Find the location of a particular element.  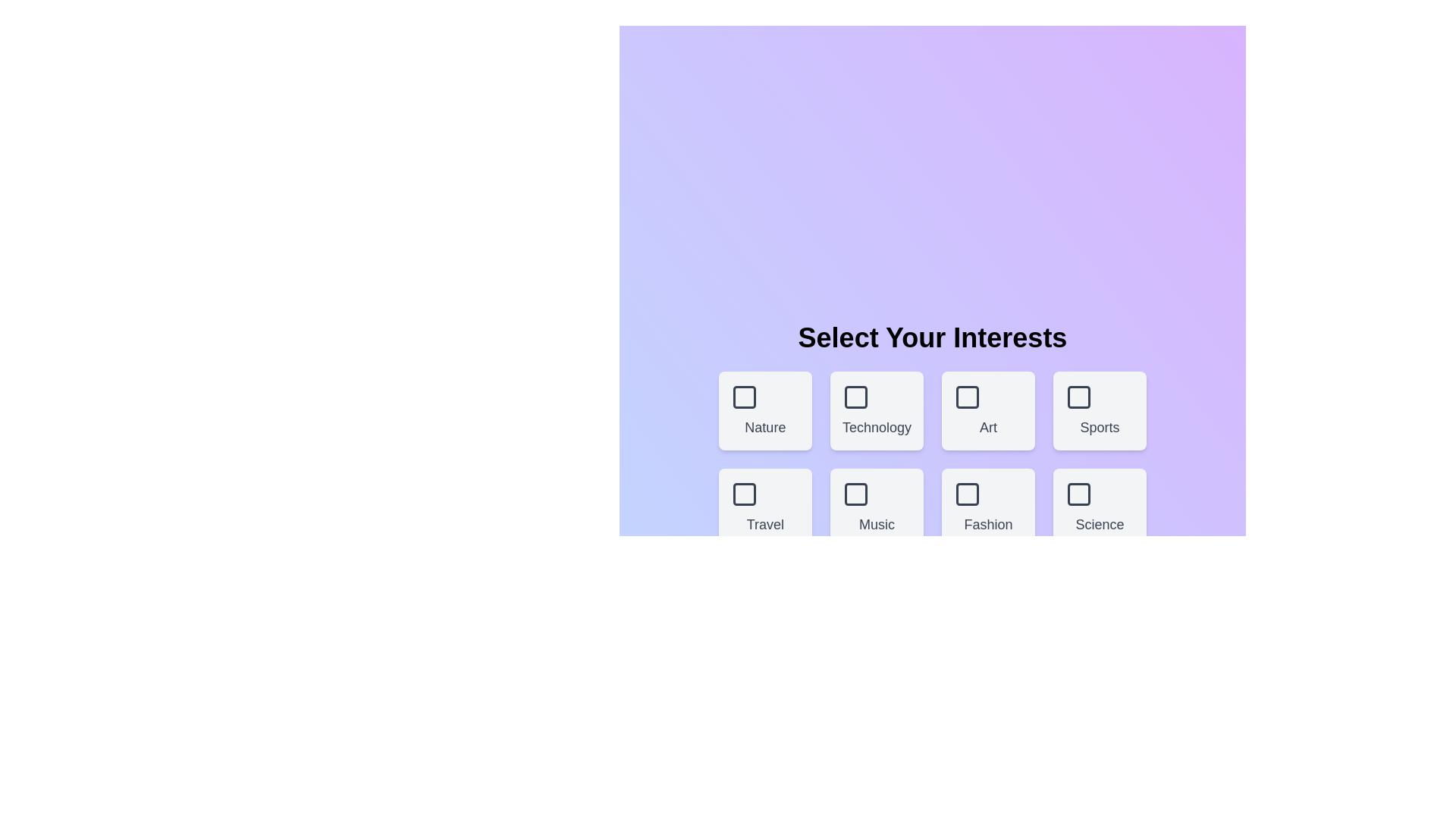

the theme box labeled Music is located at coordinates (877, 508).